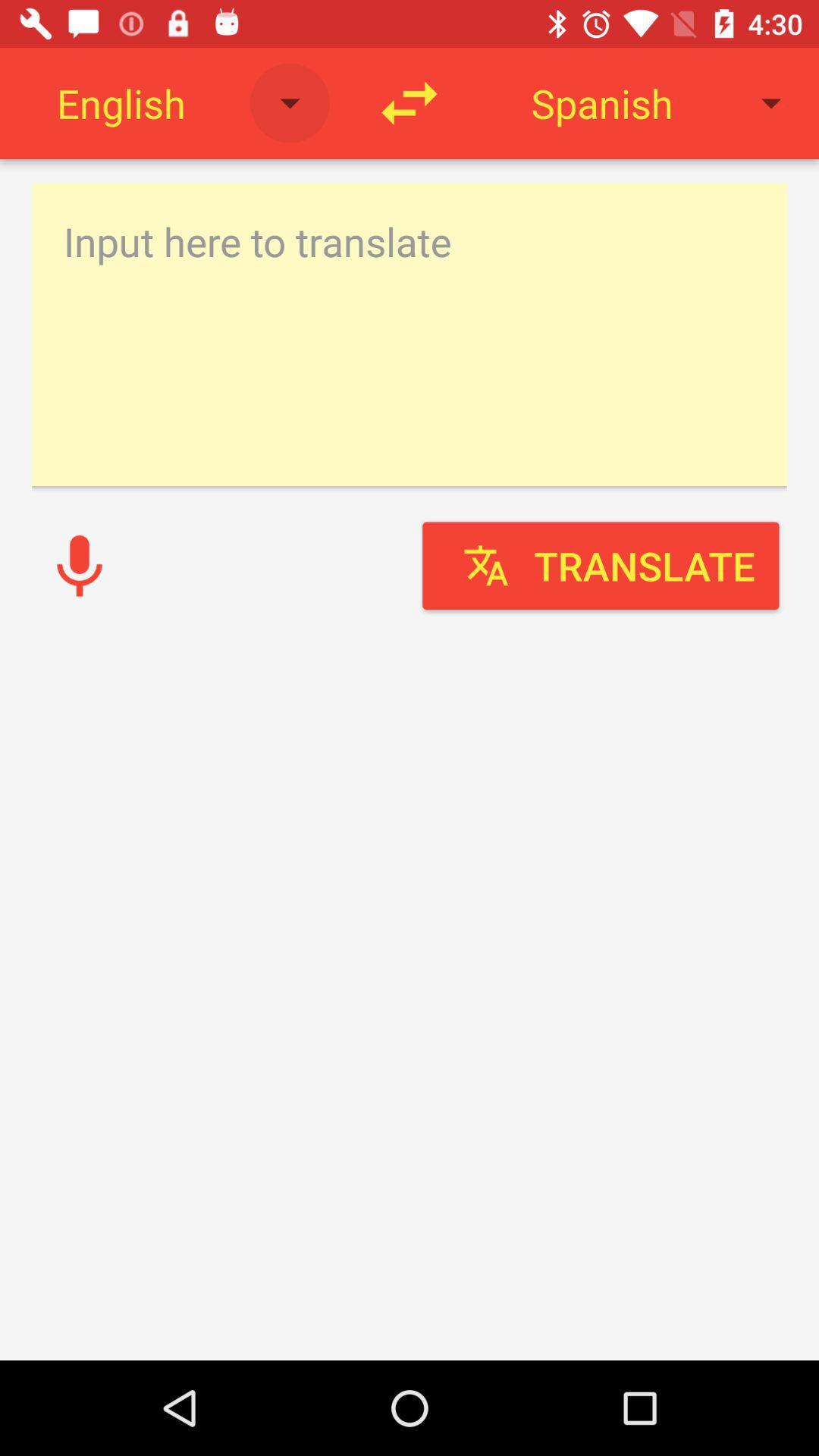 The height and width of the screenshot is (1456, 819). What do you see at coordinates (79, 565) in the screenshot?
I see `the microphone icon` at bounding box center [79, 565].